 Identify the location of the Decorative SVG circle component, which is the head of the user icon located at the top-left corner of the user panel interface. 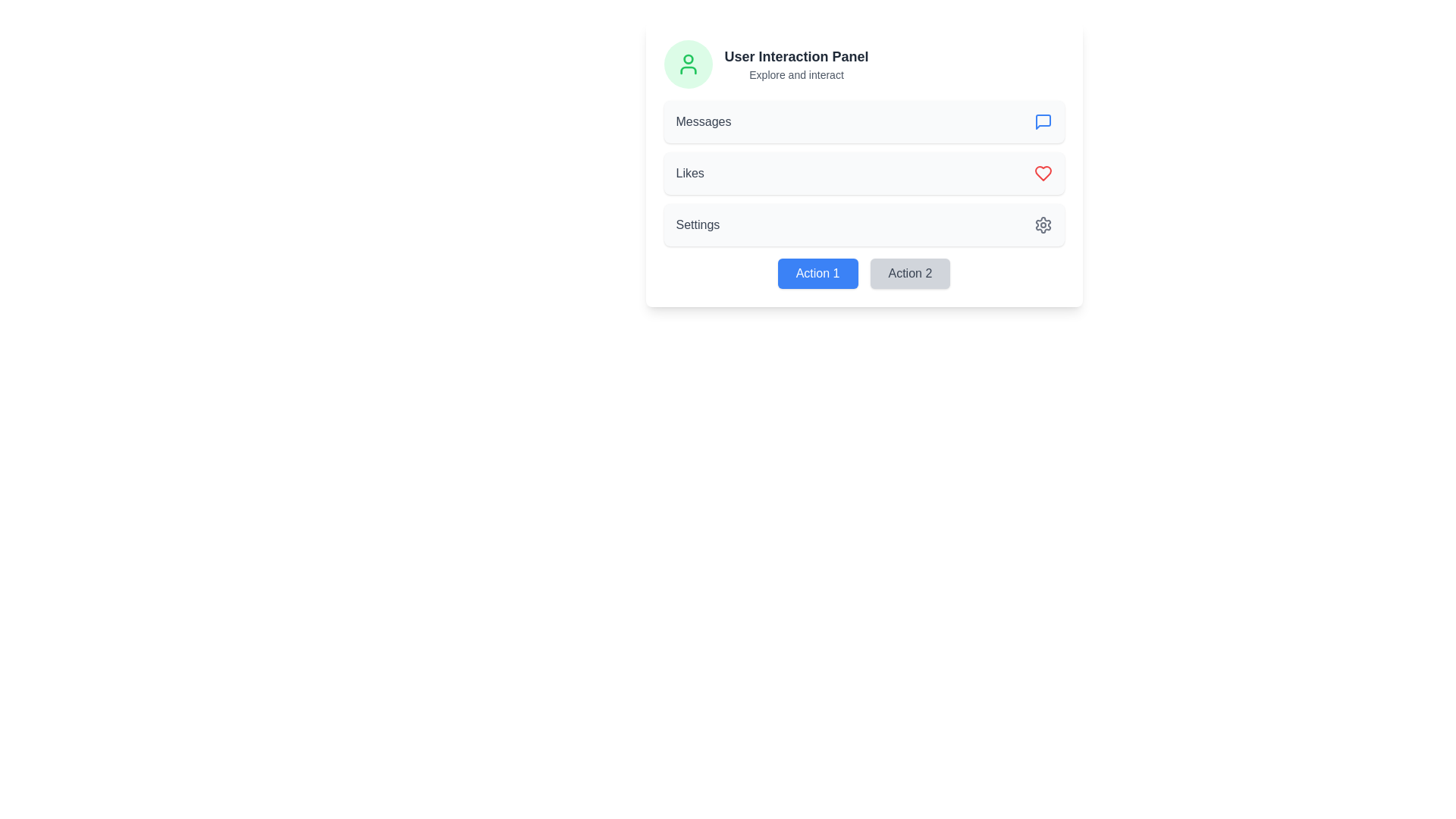
(687, 58).